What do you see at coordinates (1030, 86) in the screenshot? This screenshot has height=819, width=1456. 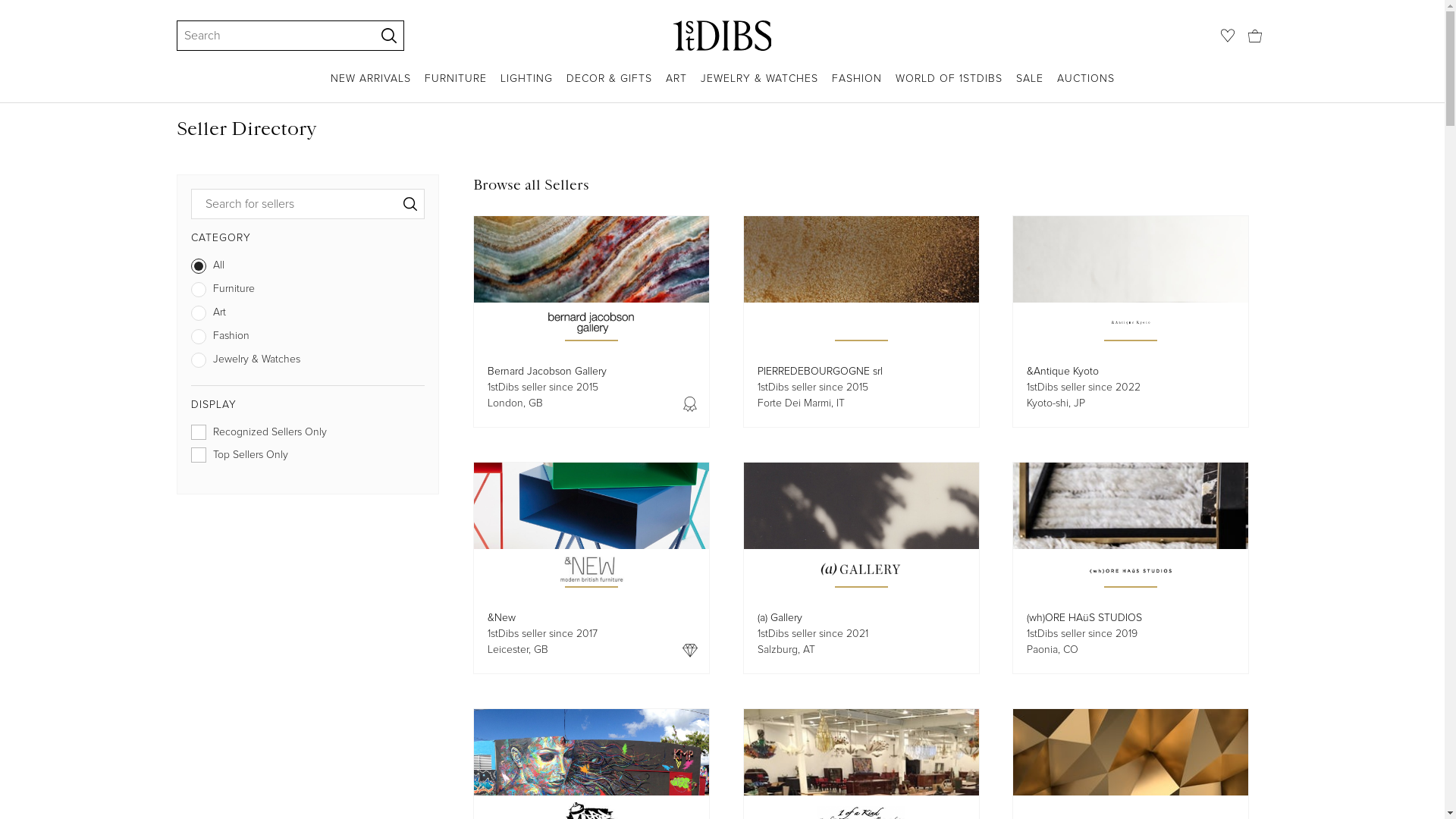 I see `'SALE'` at bounding box center [1030, 86].